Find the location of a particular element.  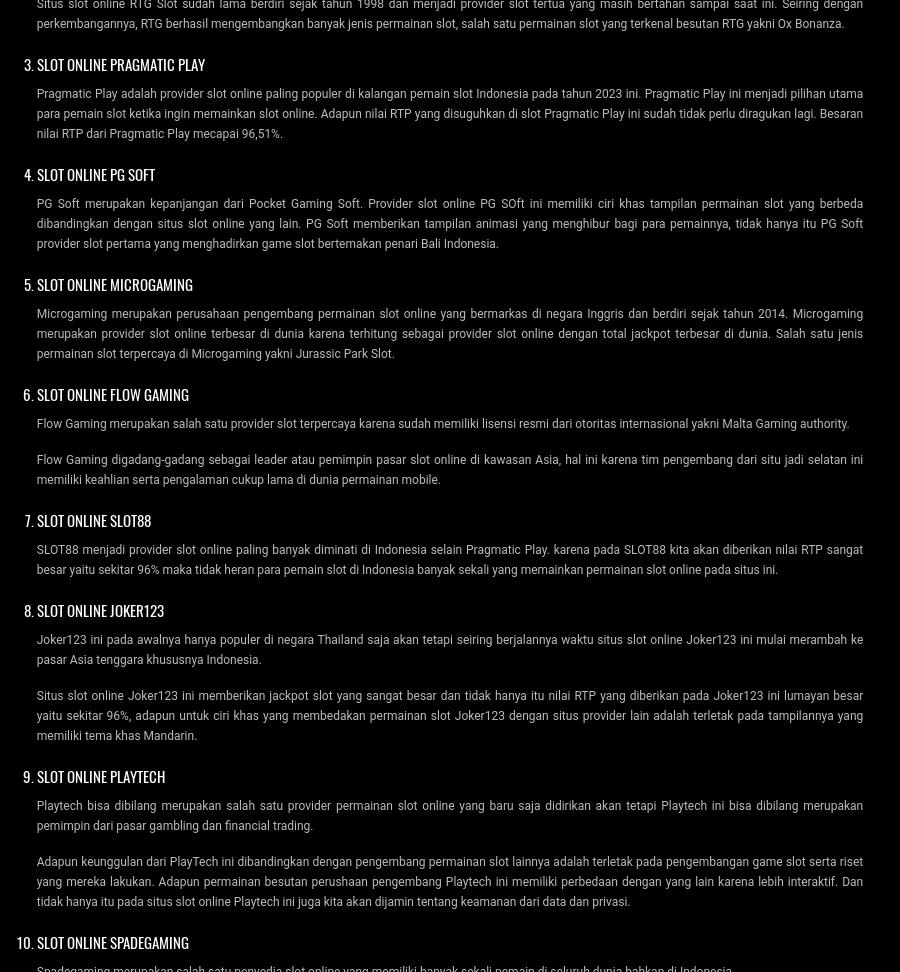

'Situs slot online Joker123 ini memberikan jackpot slot yang sangat besar dan tidak hanya itu nilai RTP yang diberikan pada Joker123 ini lumayan besar yaitu sekitar 96%, adapun untuk ciri khas yang membedakan permainan slot Joker123 dengan situs provider lain adalah terletak pada tampilannya yang memiliki tema khas Mandarin.' is located at coordinates (449, 714).